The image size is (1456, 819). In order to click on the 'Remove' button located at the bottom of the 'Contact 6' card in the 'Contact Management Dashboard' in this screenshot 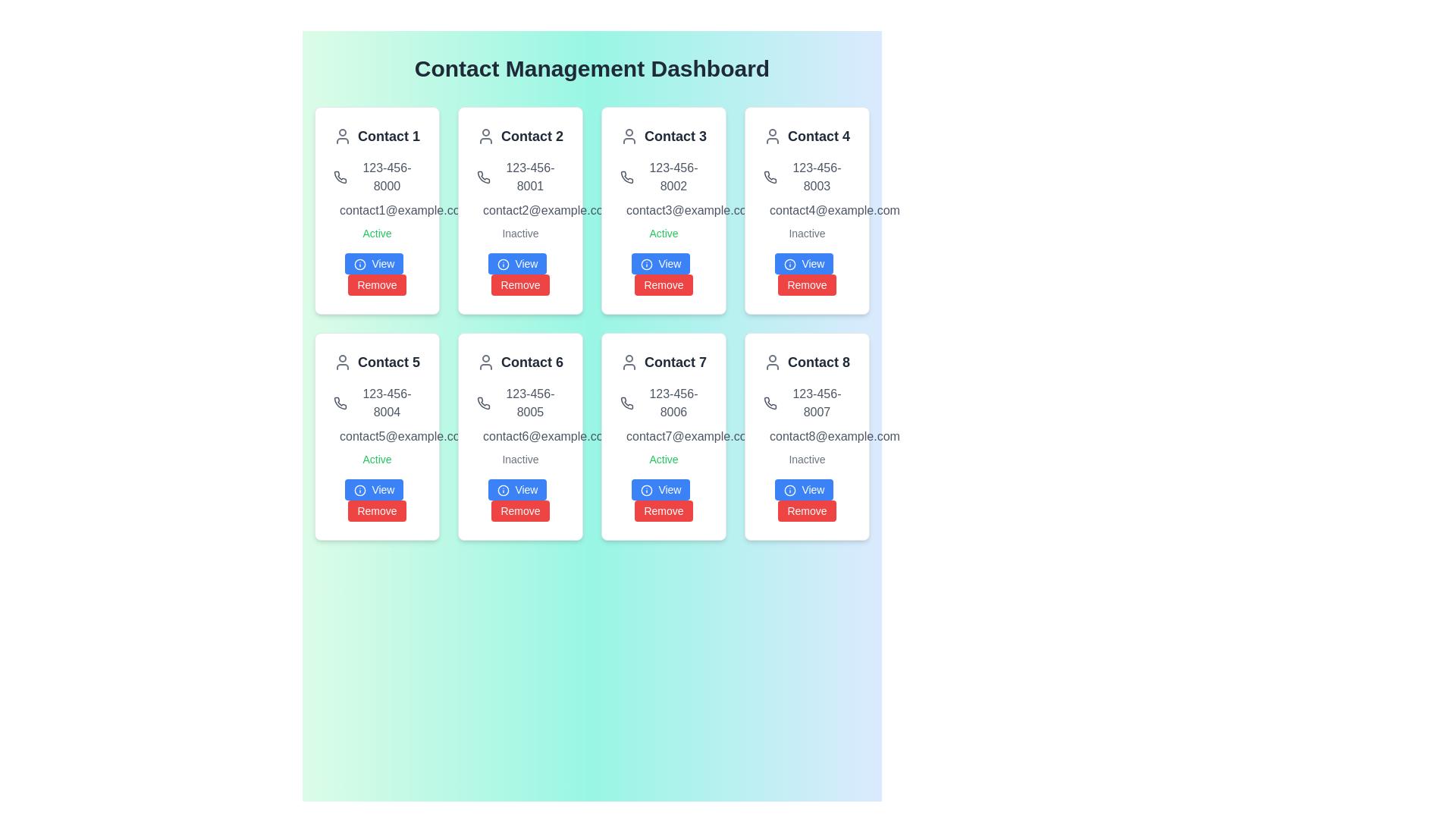, I will do `click(520, 500)`.